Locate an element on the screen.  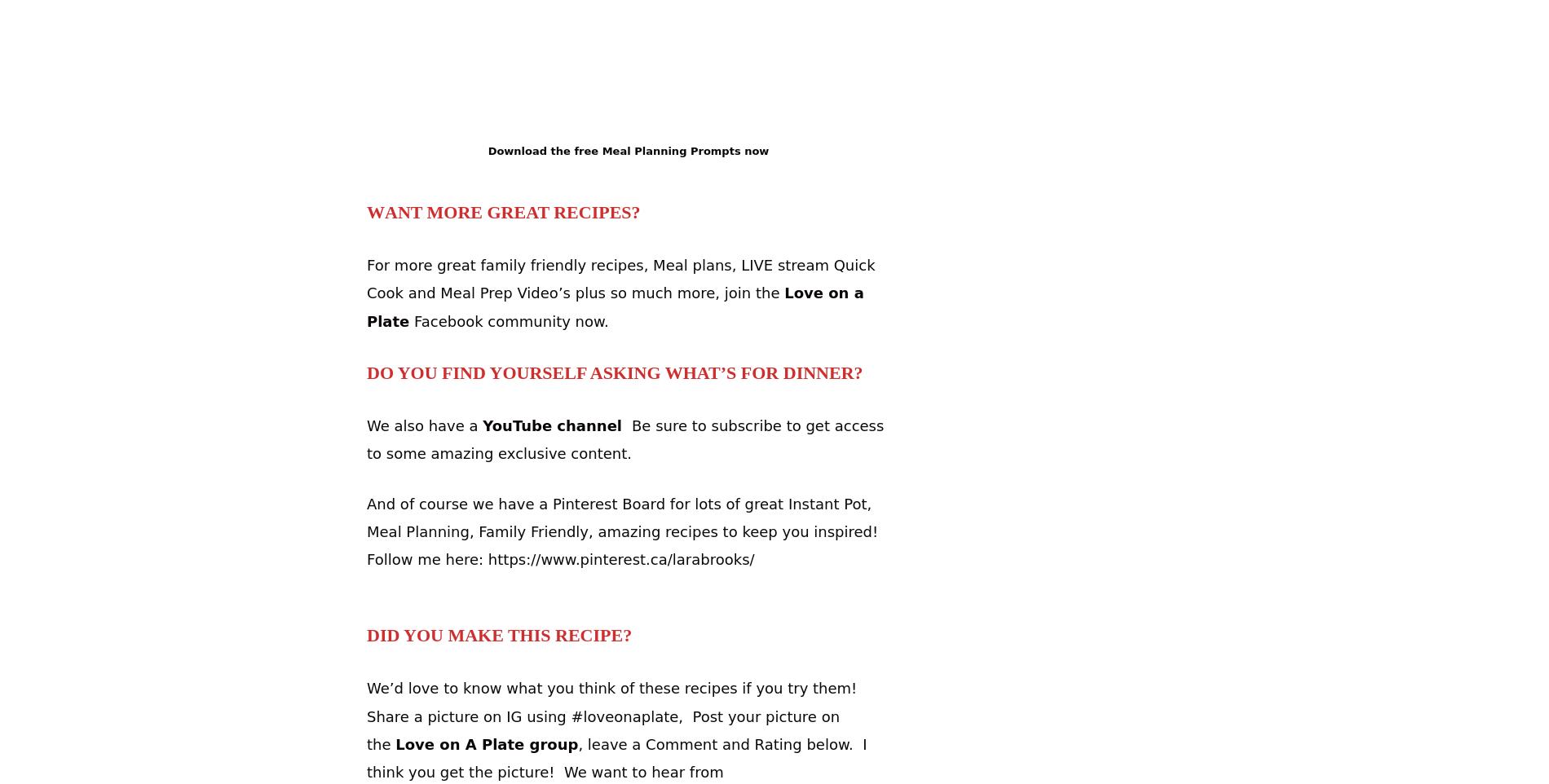
'Love on A Plate group' is located at coordinates (486, 742).